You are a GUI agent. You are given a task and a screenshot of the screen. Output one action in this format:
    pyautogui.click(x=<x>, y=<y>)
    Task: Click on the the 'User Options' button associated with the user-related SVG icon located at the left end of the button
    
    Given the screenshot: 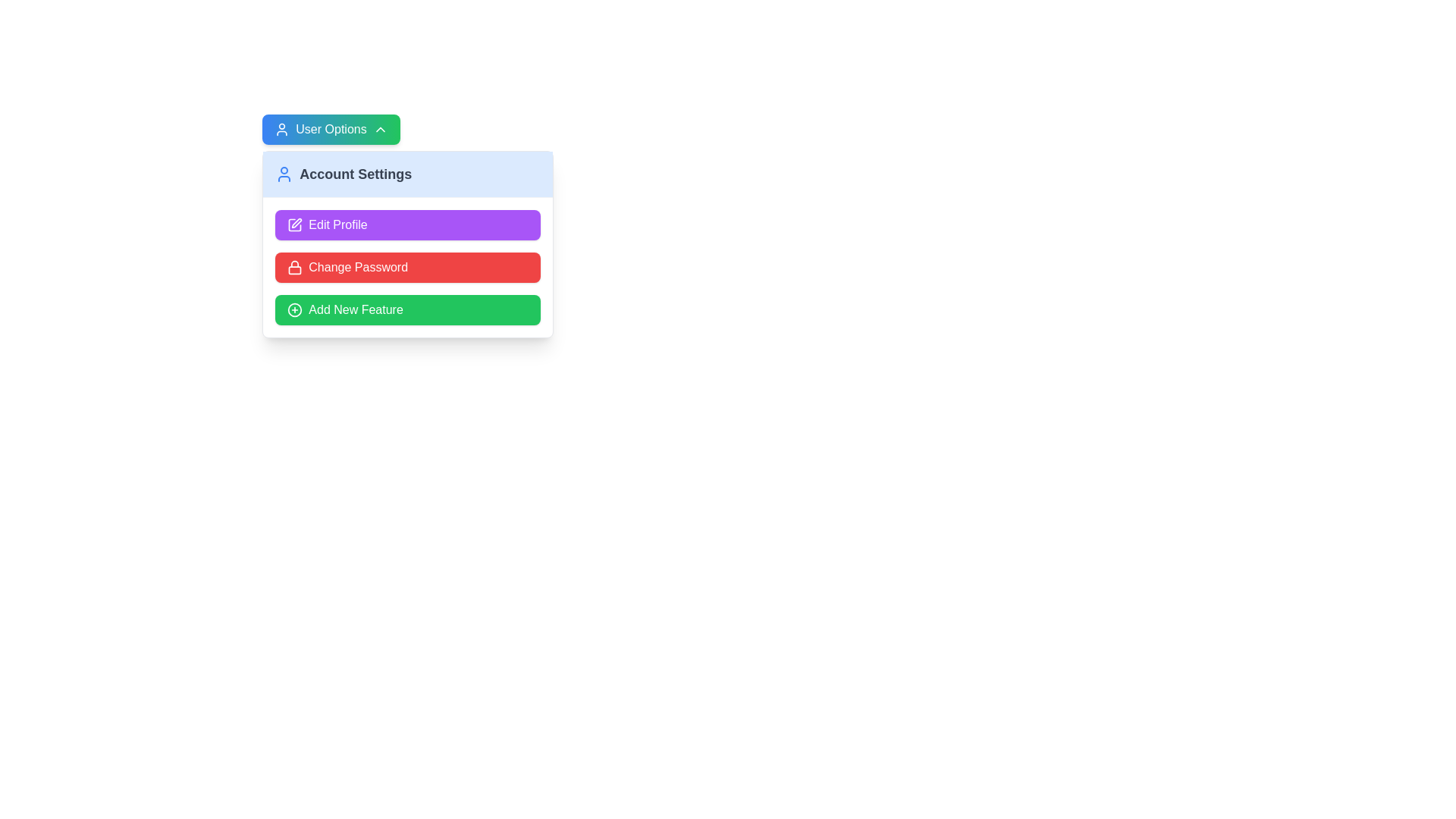 What is the action you would take?
    pyautogui.click(x=282, y=128)
    